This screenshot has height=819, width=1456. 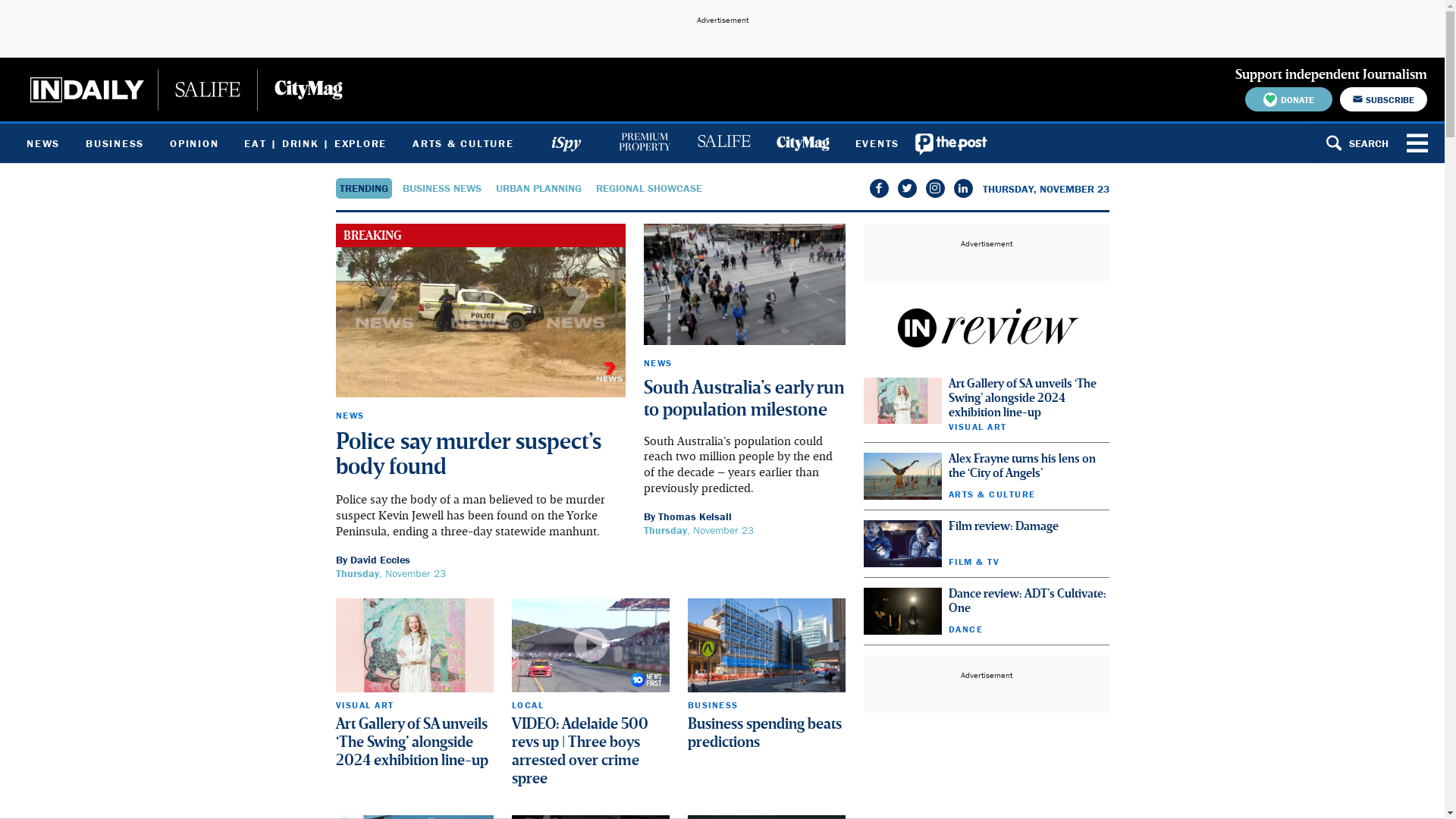 I want to click on 'BUSINESS', so click(x=711, y=704).